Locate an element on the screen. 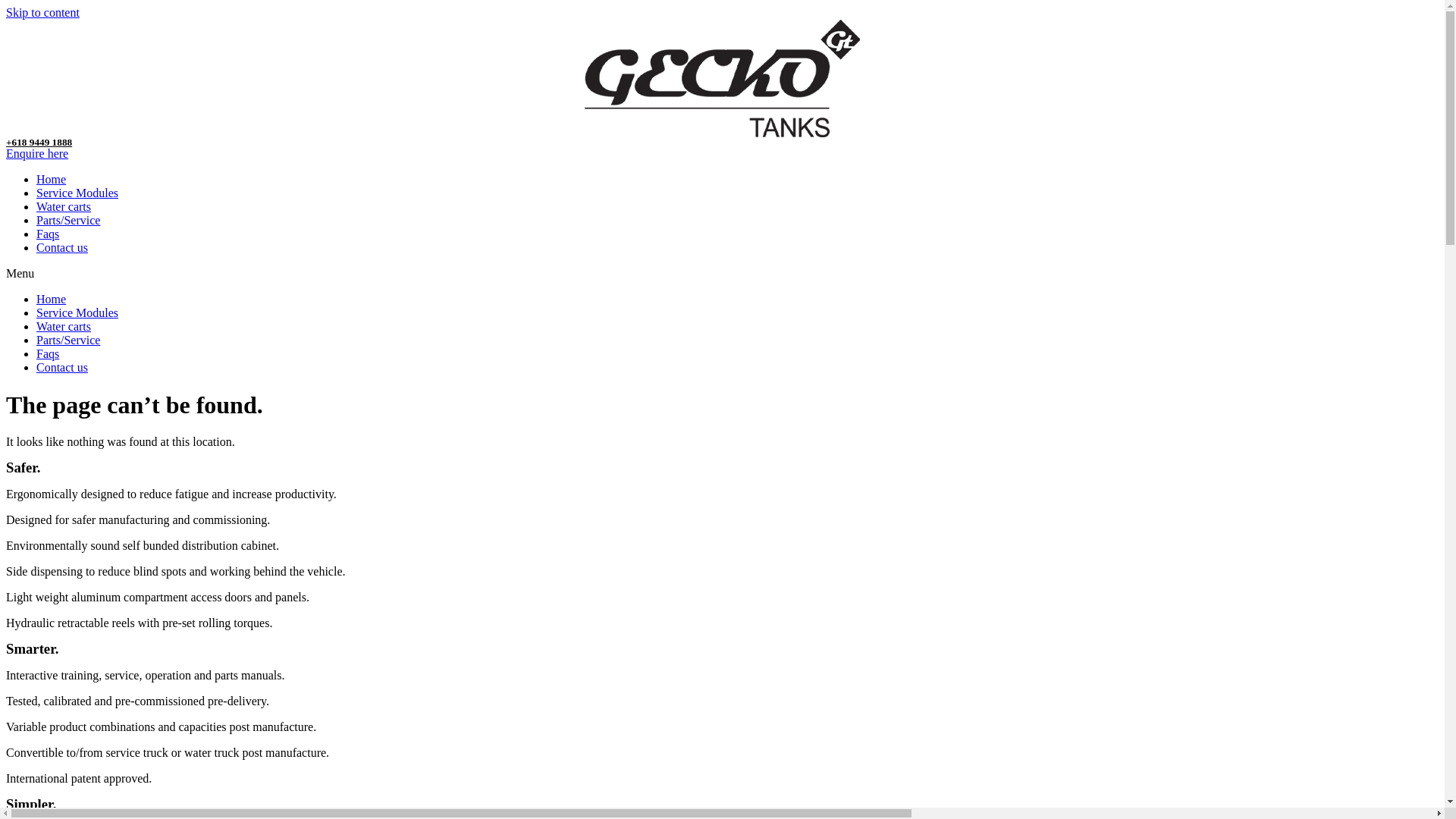 This screenshot has width=1456, height=819. 'Service Modules' is located at coordinates (76, 192).